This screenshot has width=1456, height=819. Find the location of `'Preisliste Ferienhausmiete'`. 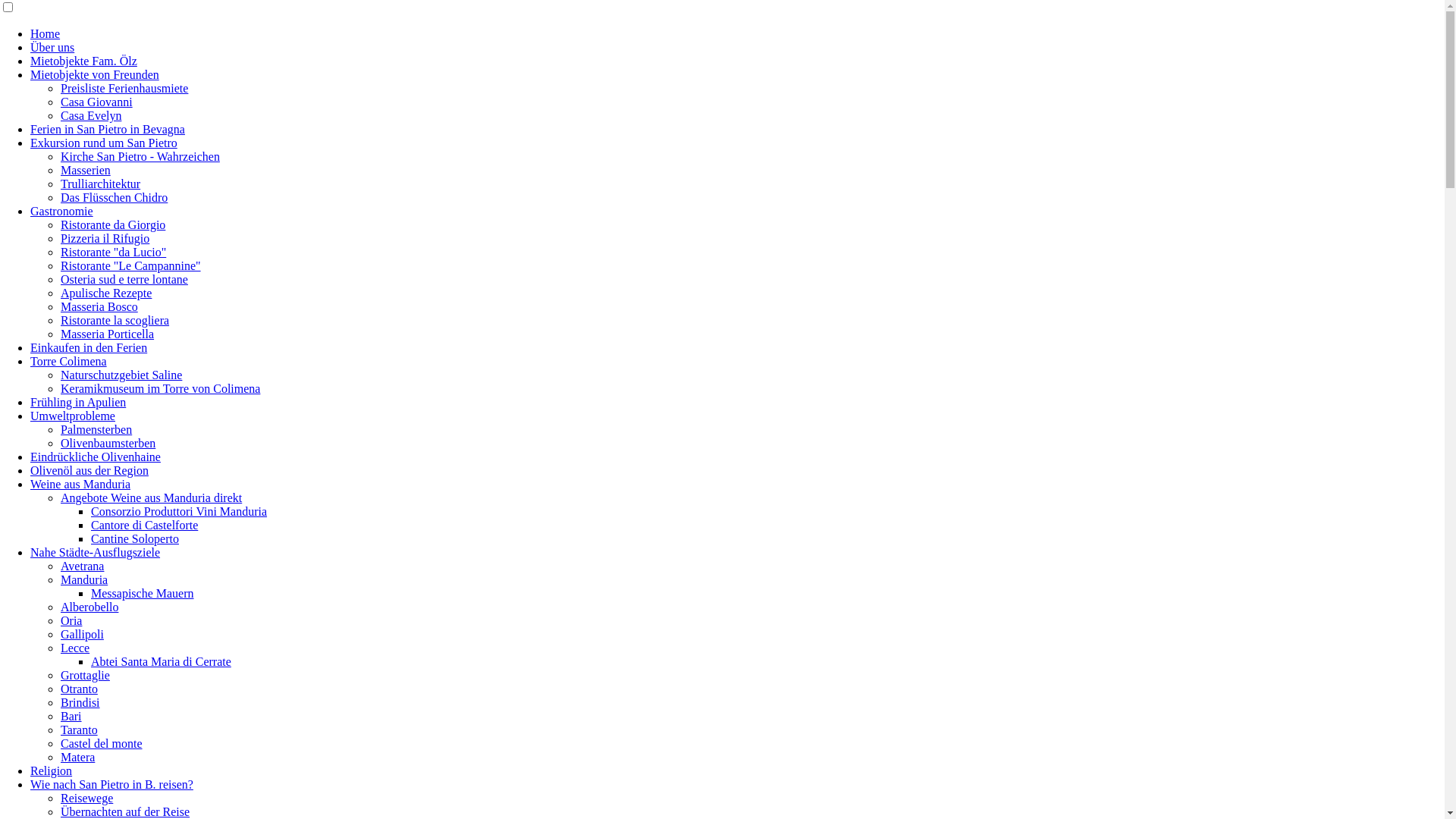

'Preisliste Ferienhausmiete' is located at coordinates (61, 88).